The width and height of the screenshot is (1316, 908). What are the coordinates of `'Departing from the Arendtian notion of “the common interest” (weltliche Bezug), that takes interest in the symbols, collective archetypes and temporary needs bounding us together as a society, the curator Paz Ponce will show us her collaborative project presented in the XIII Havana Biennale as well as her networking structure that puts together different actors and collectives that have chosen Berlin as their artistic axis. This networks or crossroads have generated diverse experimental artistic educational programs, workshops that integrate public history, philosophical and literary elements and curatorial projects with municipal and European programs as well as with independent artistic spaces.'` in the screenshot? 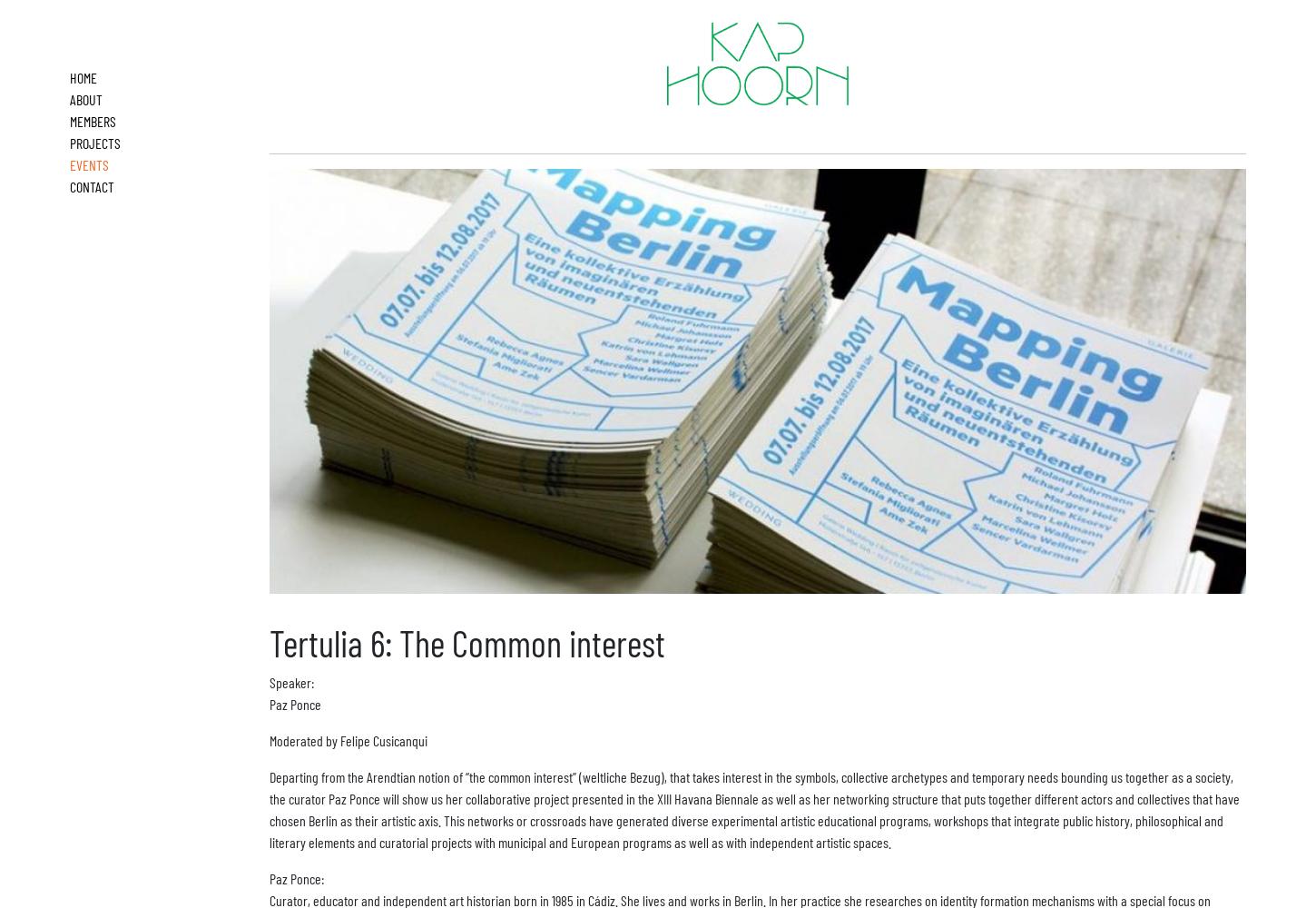 It's located at (754, 808).